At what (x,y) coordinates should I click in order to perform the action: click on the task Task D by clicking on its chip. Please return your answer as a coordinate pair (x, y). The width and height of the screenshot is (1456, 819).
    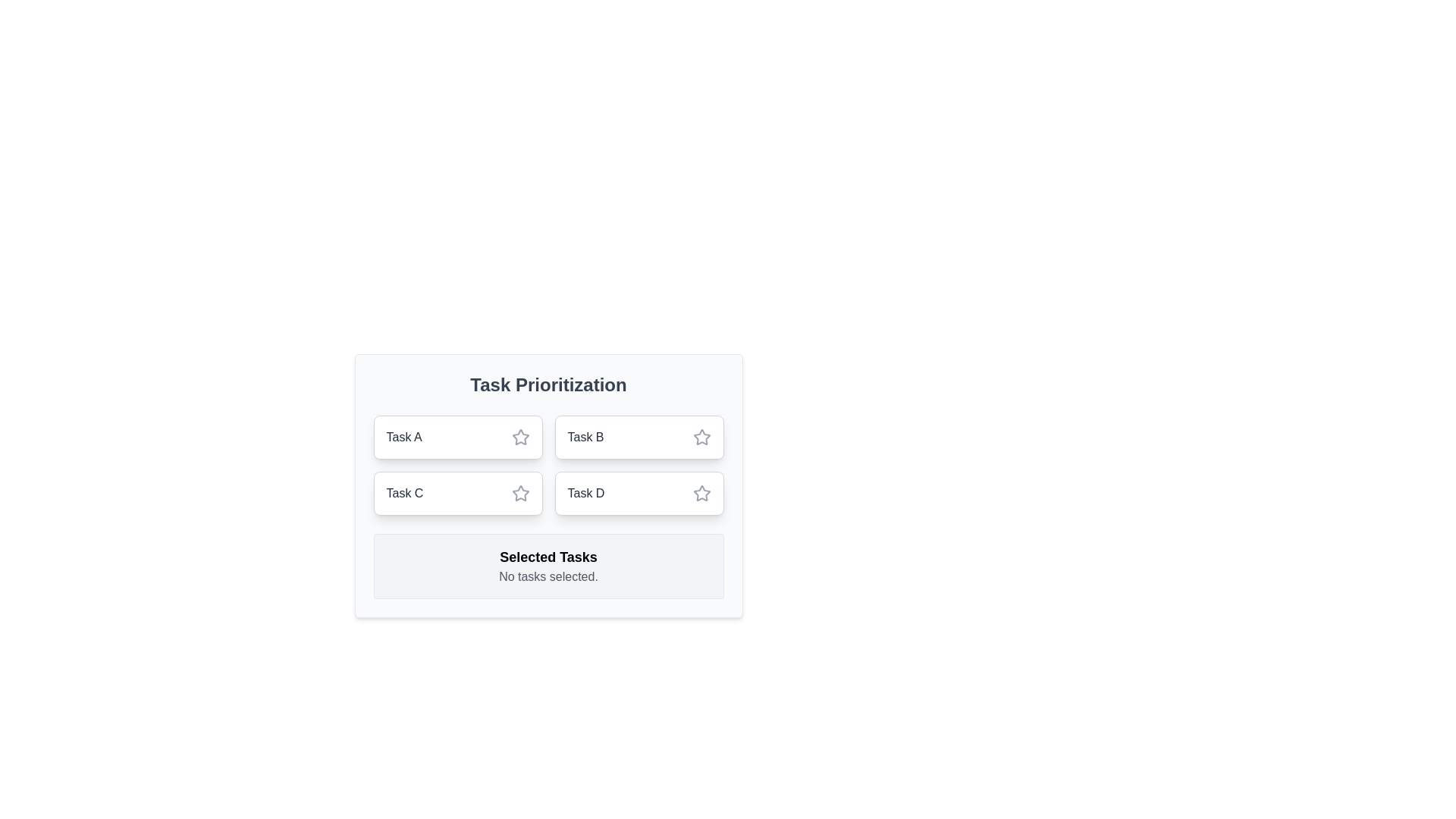
    Looking at the image, I should click on (639, 494).